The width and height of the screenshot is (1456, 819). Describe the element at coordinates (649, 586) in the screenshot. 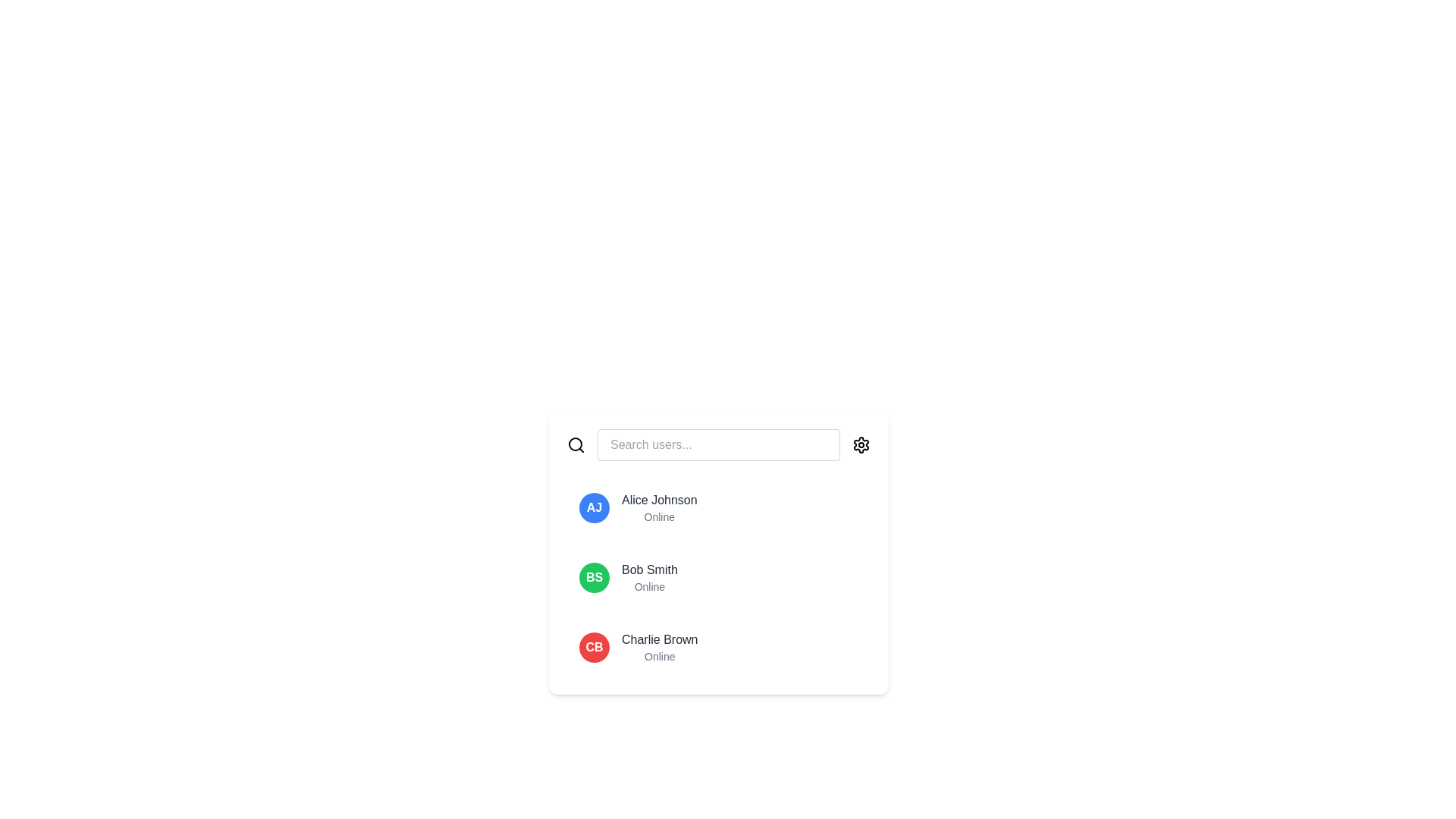

I see `the non-interactive text label indicating the online status of user 'Bob Smith', located below the user's name in the user card` at that location.